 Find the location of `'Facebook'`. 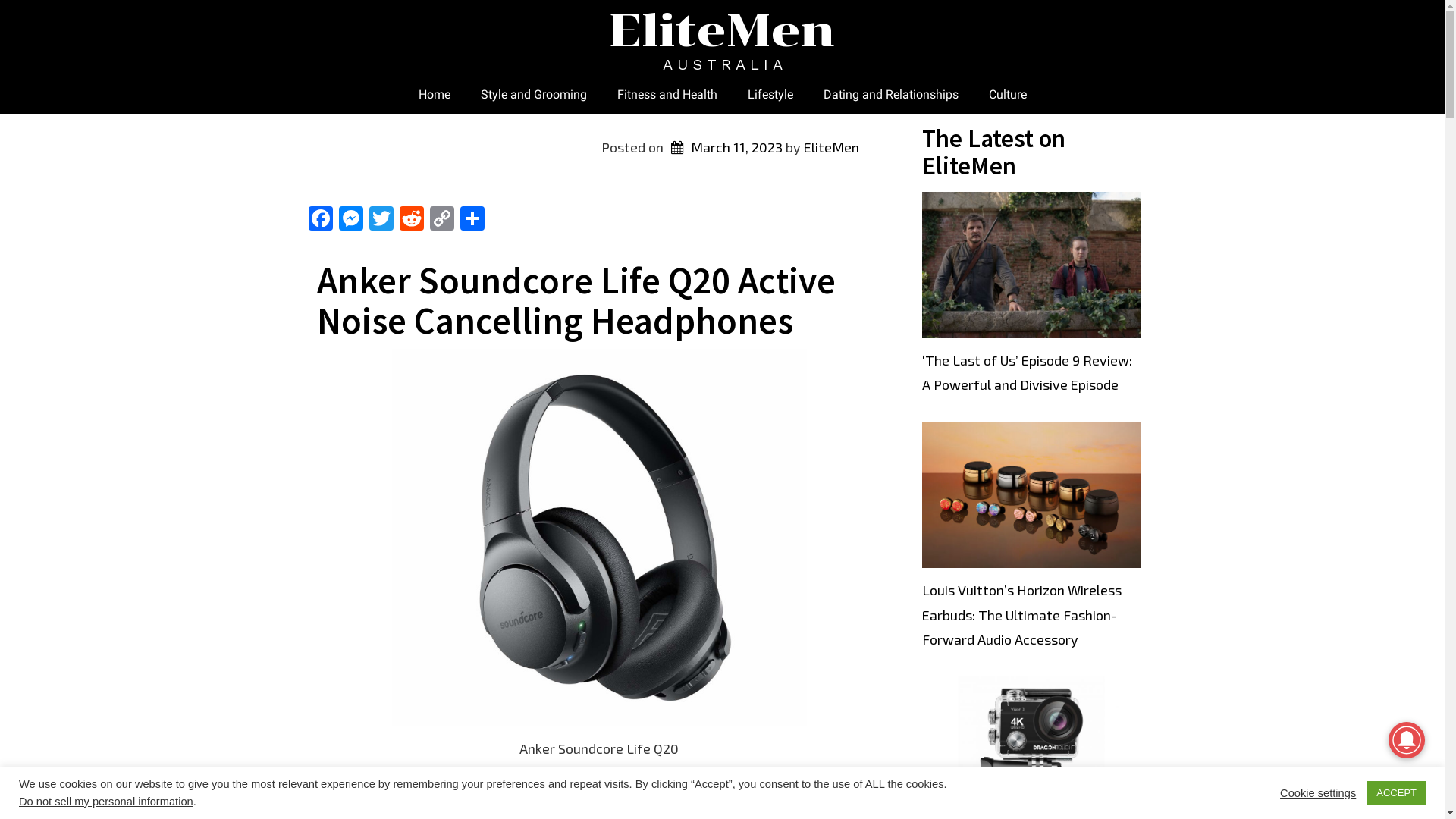

'Facebook' is located at coordinates (319, 219).